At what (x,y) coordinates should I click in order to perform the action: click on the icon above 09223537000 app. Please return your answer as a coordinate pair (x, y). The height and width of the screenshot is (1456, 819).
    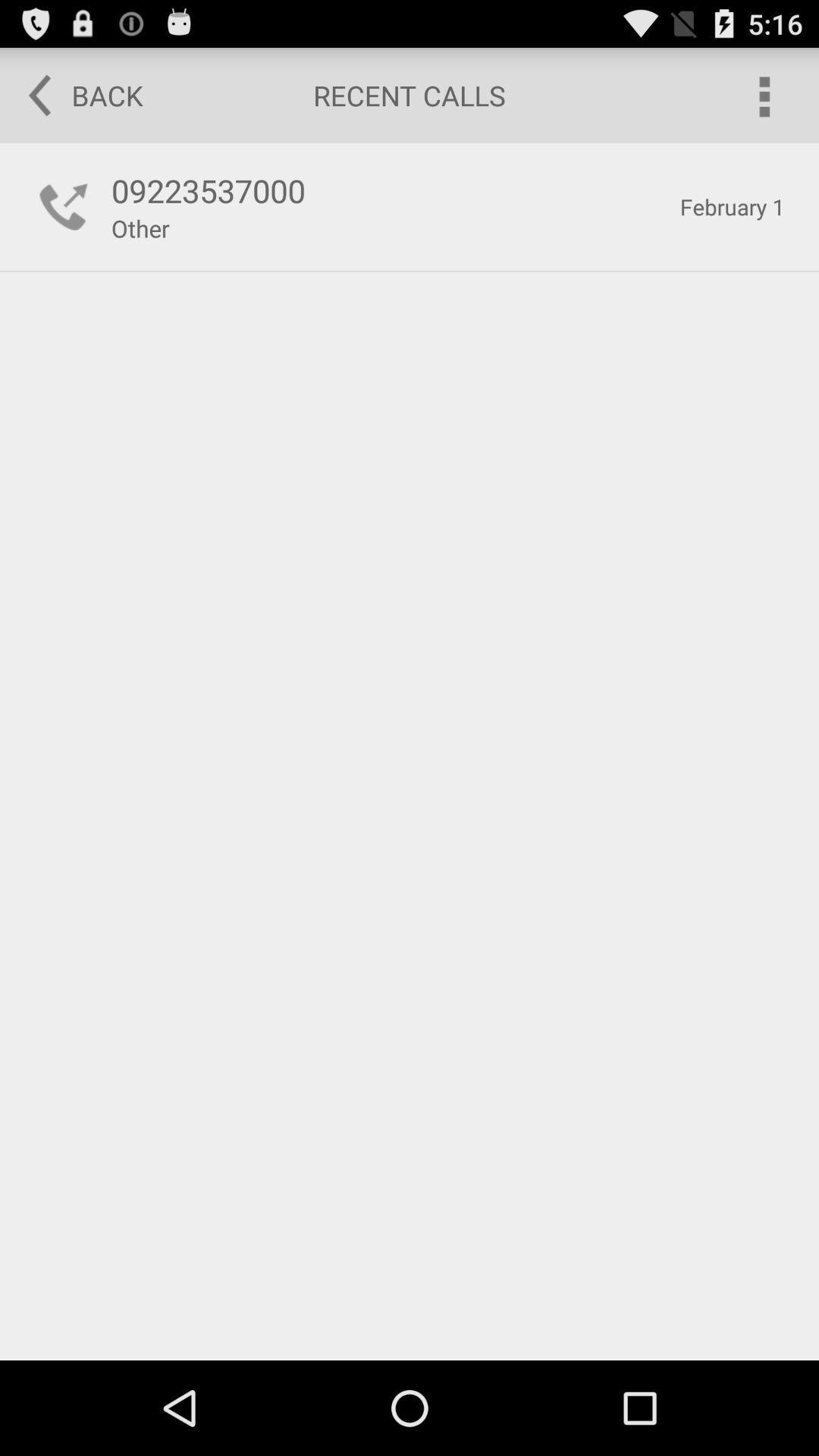
    Looking at the image, I should click on (75, 94).